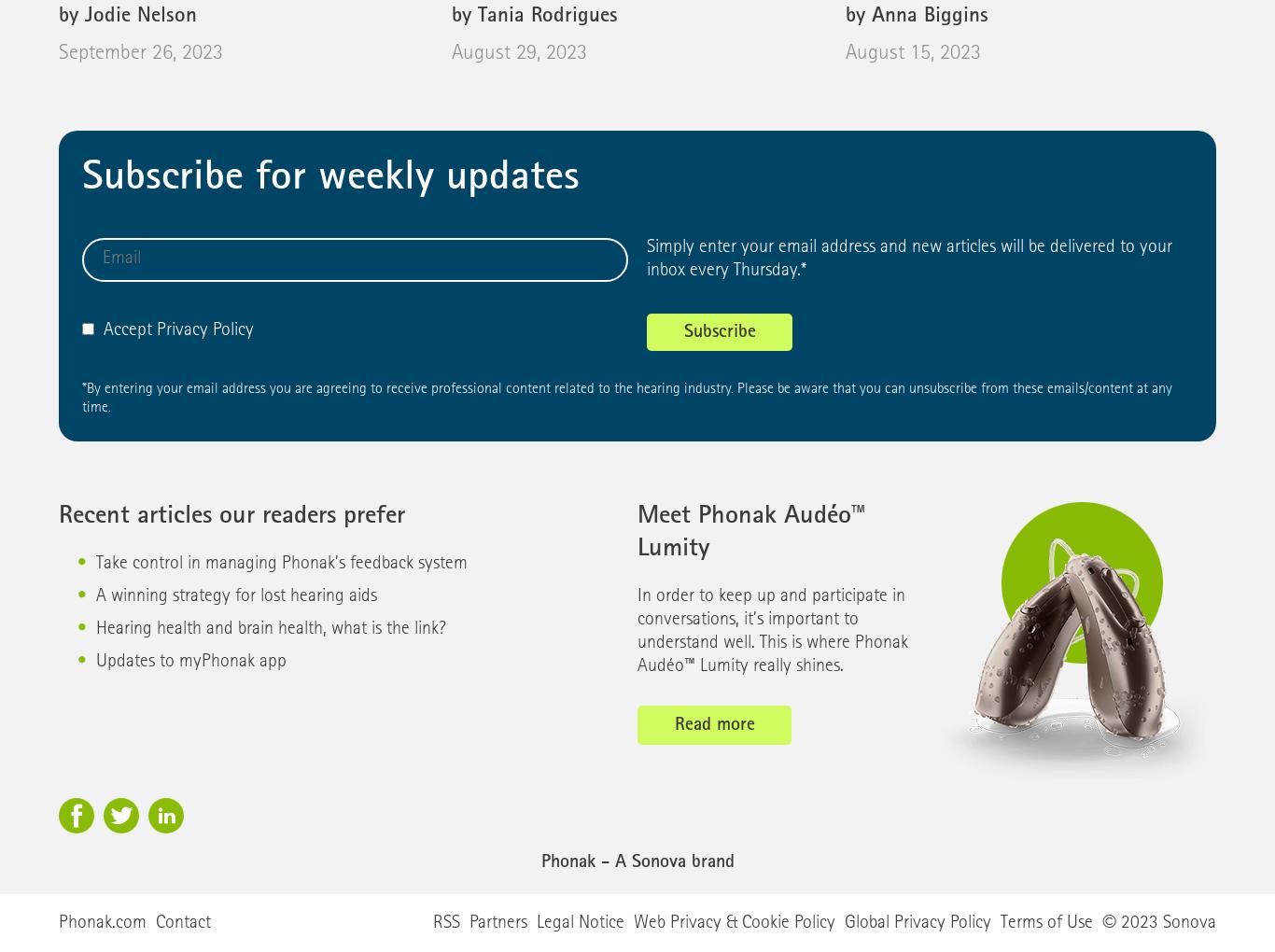  I want to click on 'Phonak - A Sonova brand', so click(636, 863).